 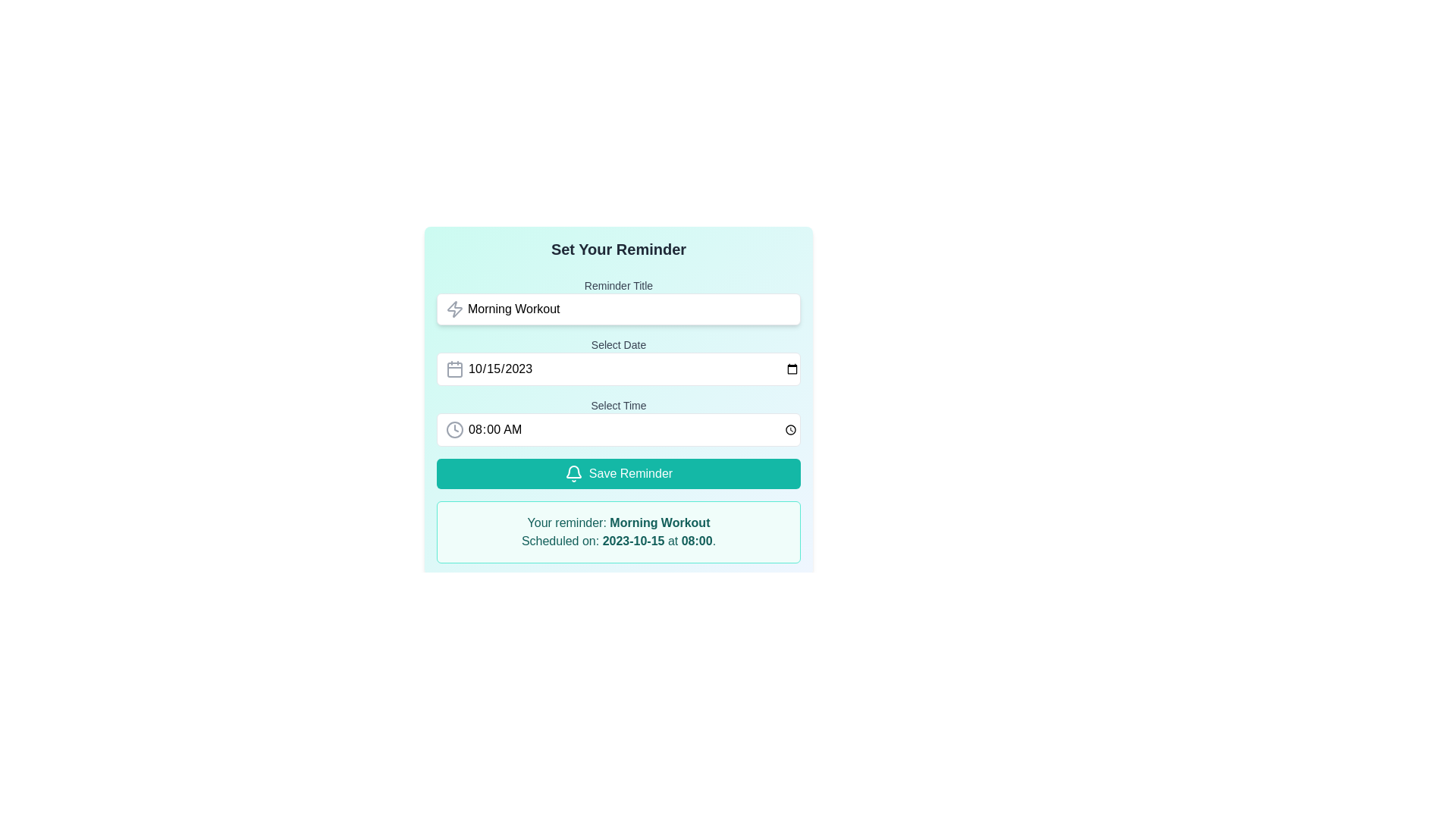 I want to click on the small, outlined gray clock icon located to the left of the time input field displaying '08:00 AM', so click(x=454, y=430).